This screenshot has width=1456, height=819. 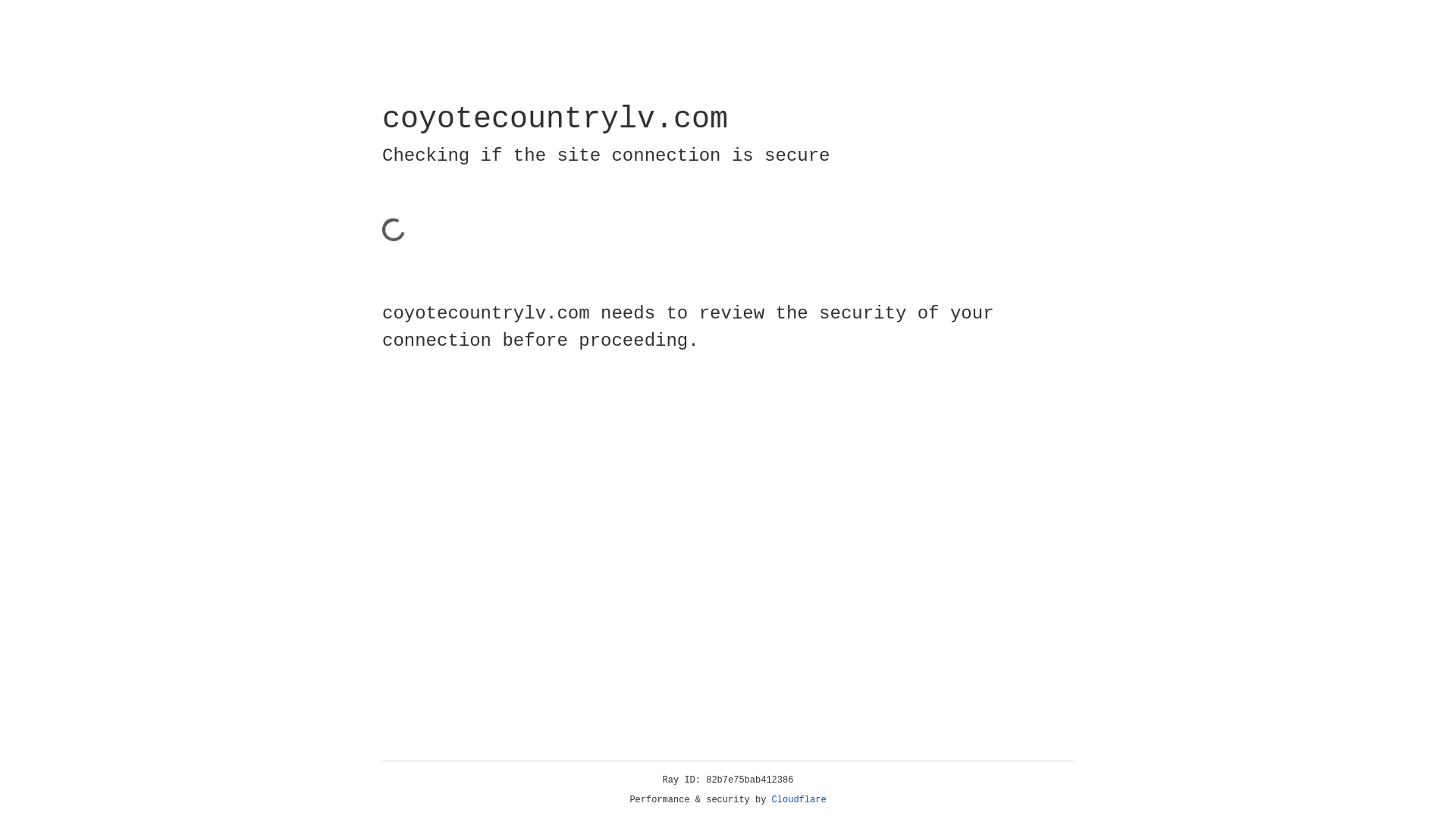 I want to click on 'Cloudflare', so click(x=799, y=799).